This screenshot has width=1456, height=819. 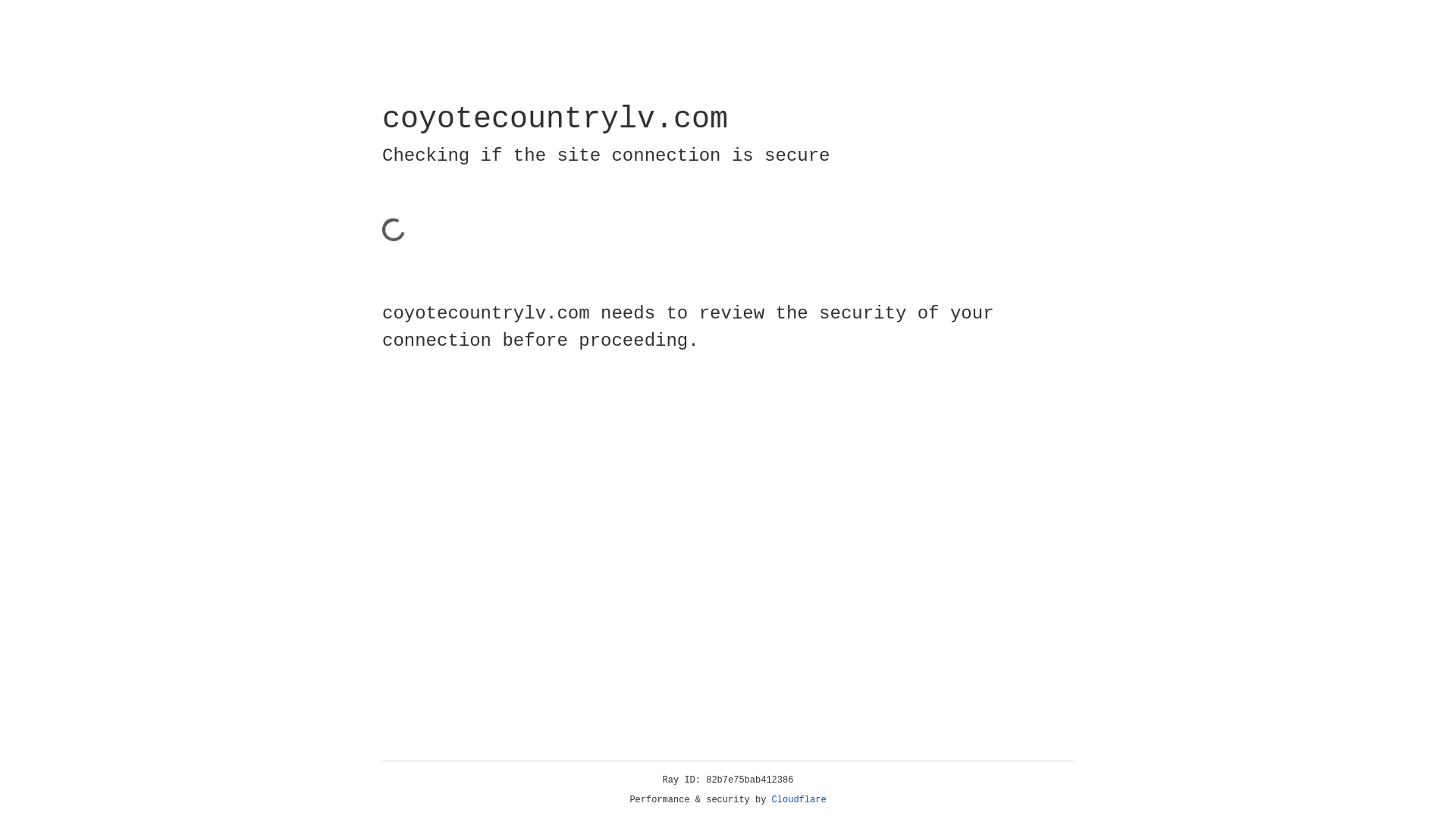 I want to click on 'Cloudflare', so click(x=799, y=799).